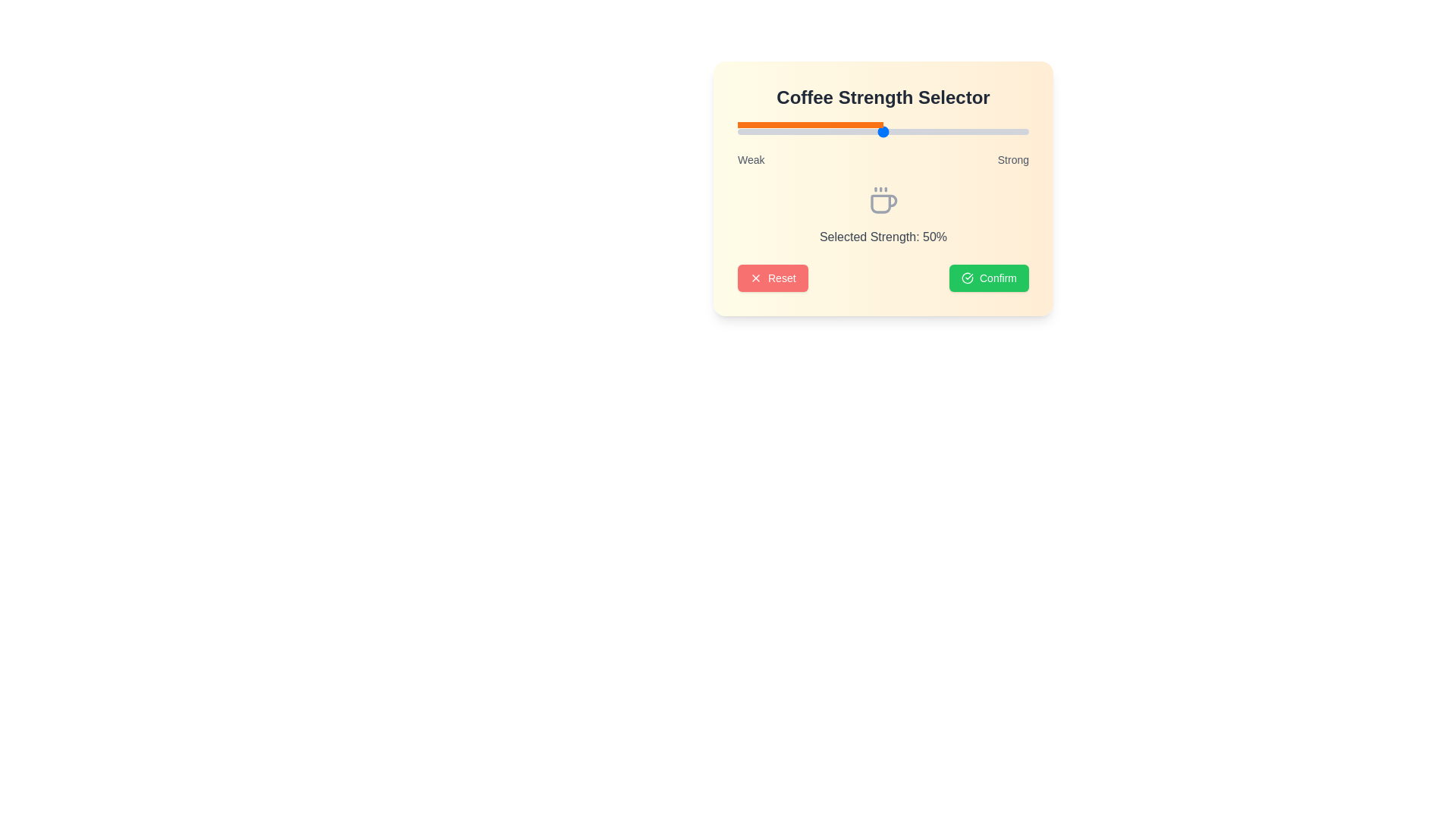 This screenshot has width=1456, height=819. I want to click on the coffee strength, so click(815, 130).